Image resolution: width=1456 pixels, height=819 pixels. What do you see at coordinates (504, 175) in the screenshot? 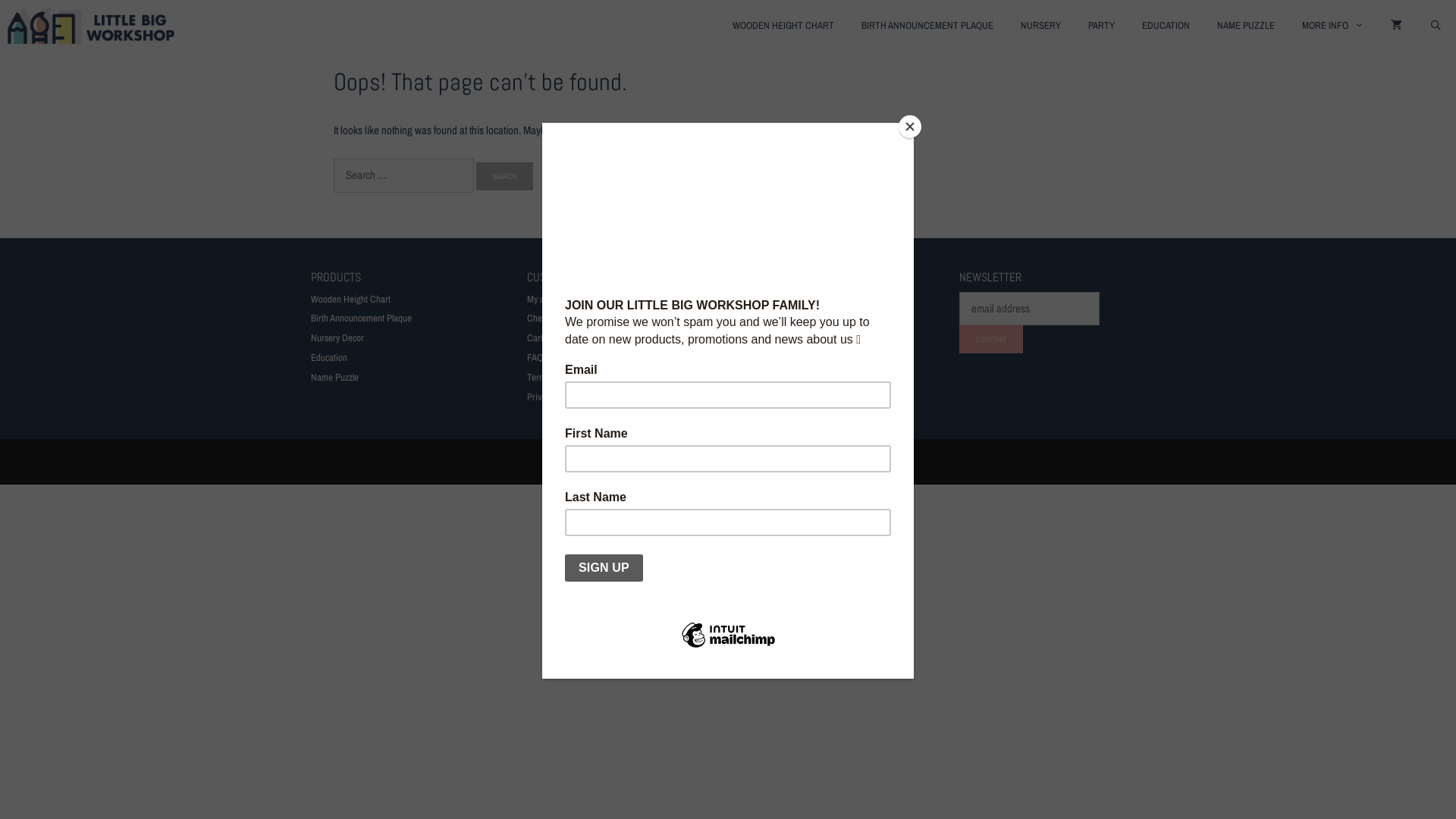
I see `'Search'` at bounding box center [504, 175].